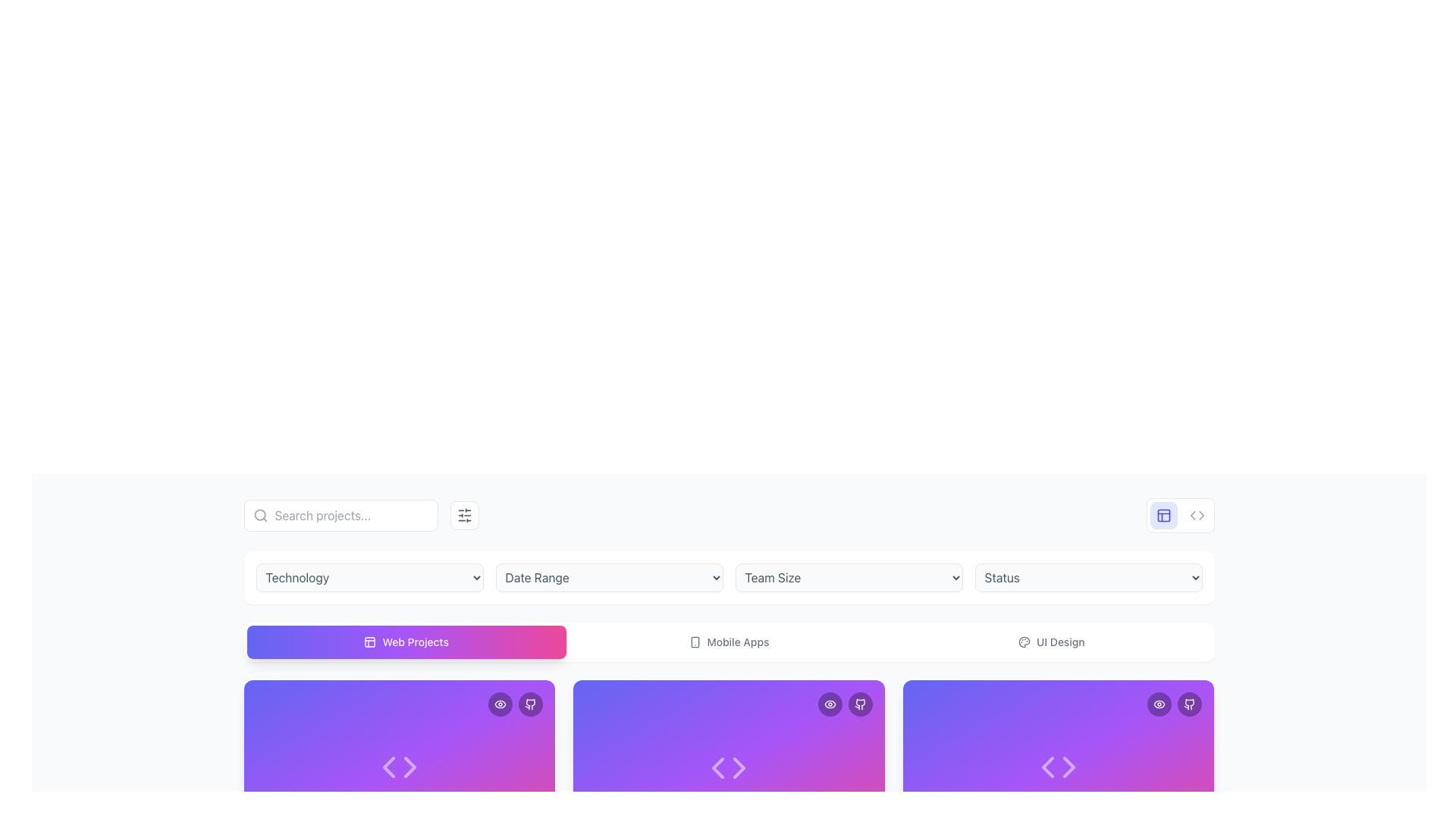 The width and height of the screenshot is (1456, 819). I want to click on the settings icon located near the top-right corner of the interface, so click(463, 514).